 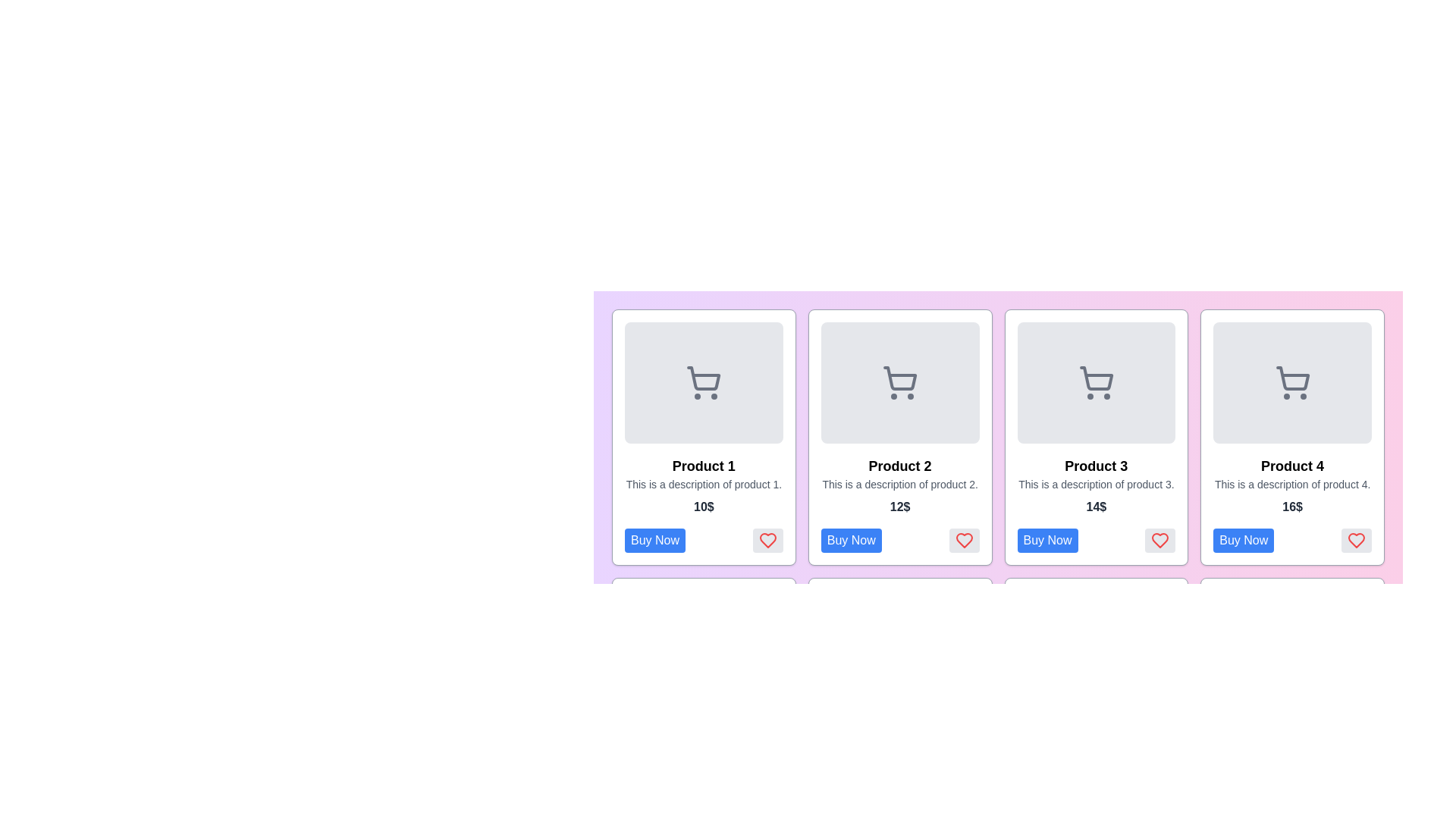 What do you see at coordinates (1291, 382) in the screenshot?
I see `the shopping cart icon located in the card for 'Product 4', which is the fourth card in a sequence of product cards` at bounding box center [1291, 382].